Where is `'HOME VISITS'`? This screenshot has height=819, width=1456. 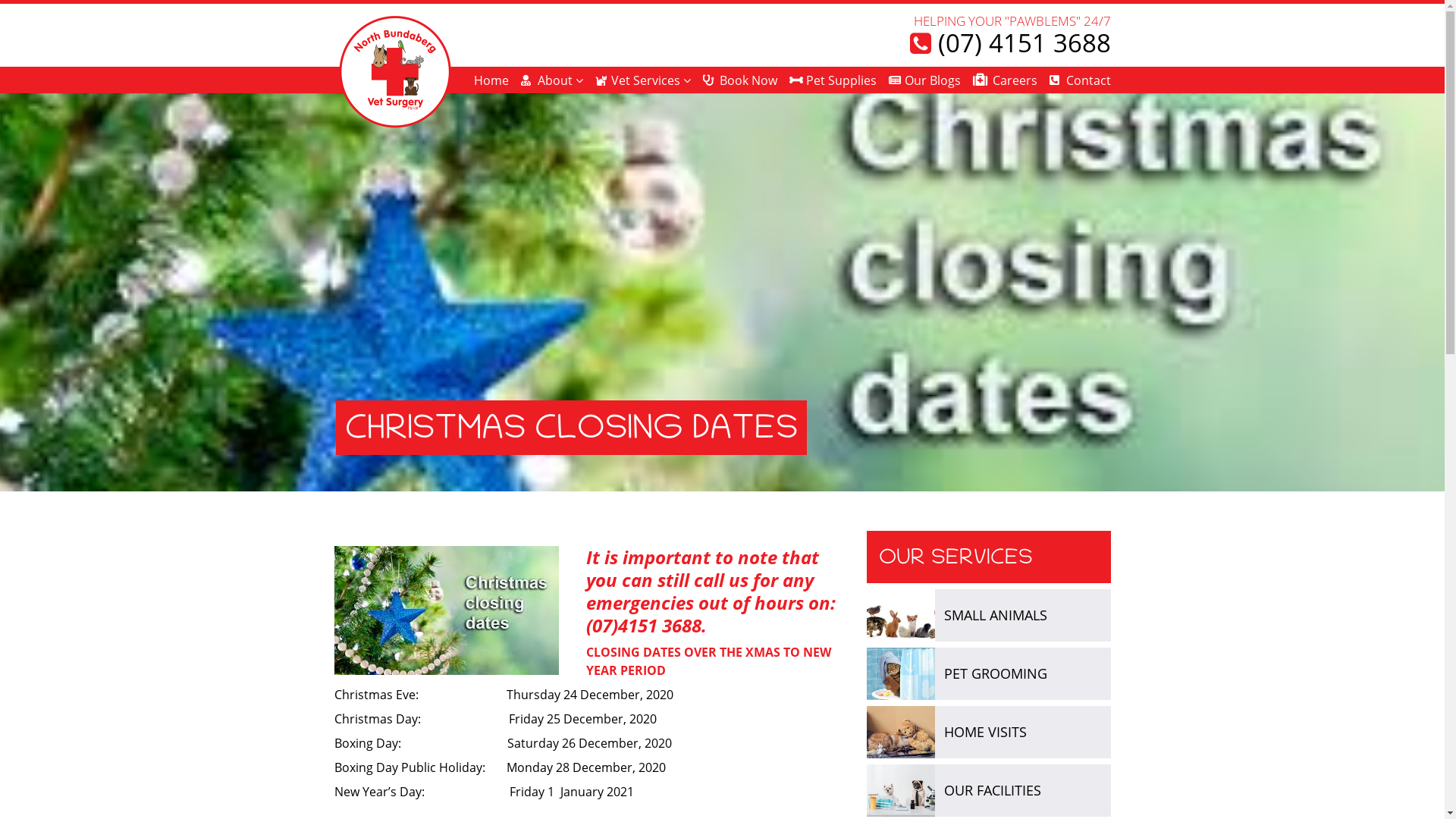
'HOME VISITS' is located at coordinates (985, 730).